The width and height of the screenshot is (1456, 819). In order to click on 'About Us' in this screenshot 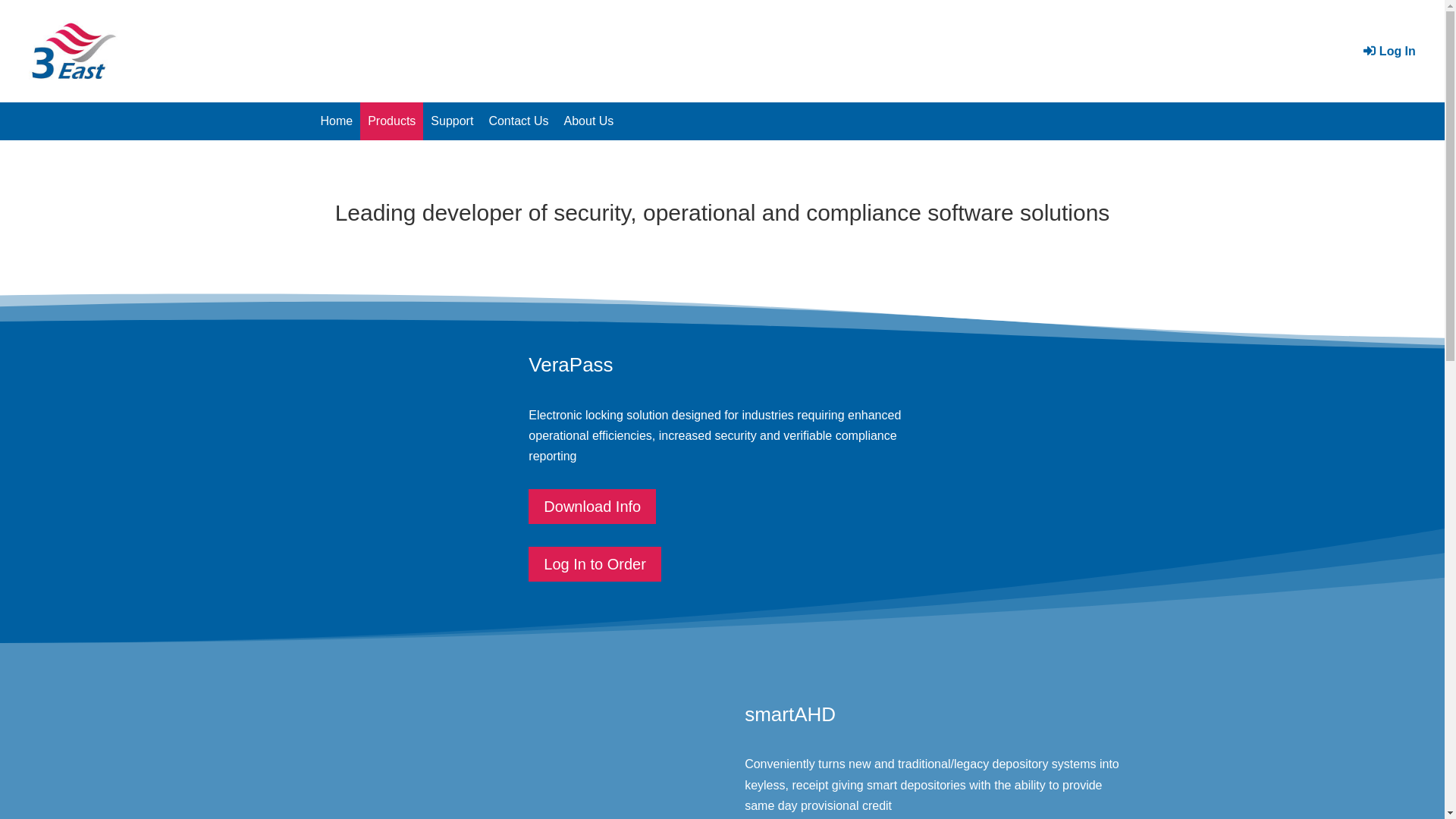, I will do `click(588, 120)`.